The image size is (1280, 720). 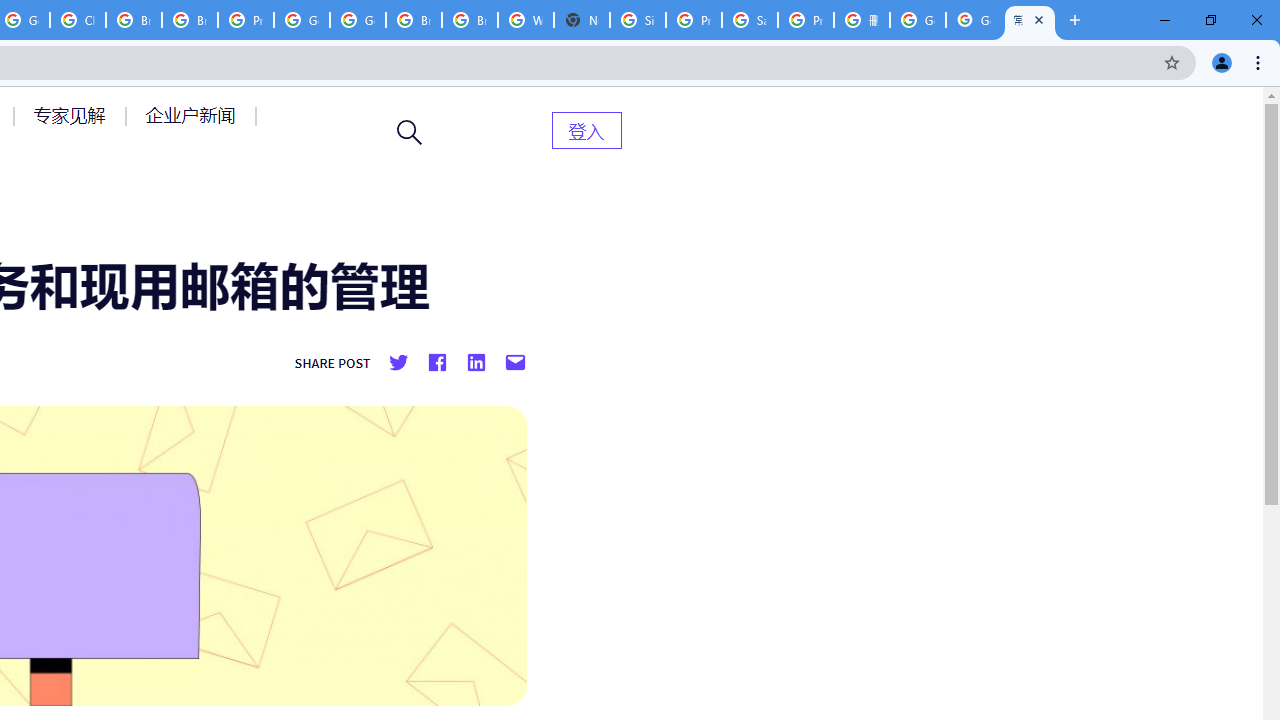 What do you see at coordinates (413, 20) in the screenshot?
I see `'Browse Chrome as a guest - Computer - Google Chrome Help'` at bounding box center [413, 20].